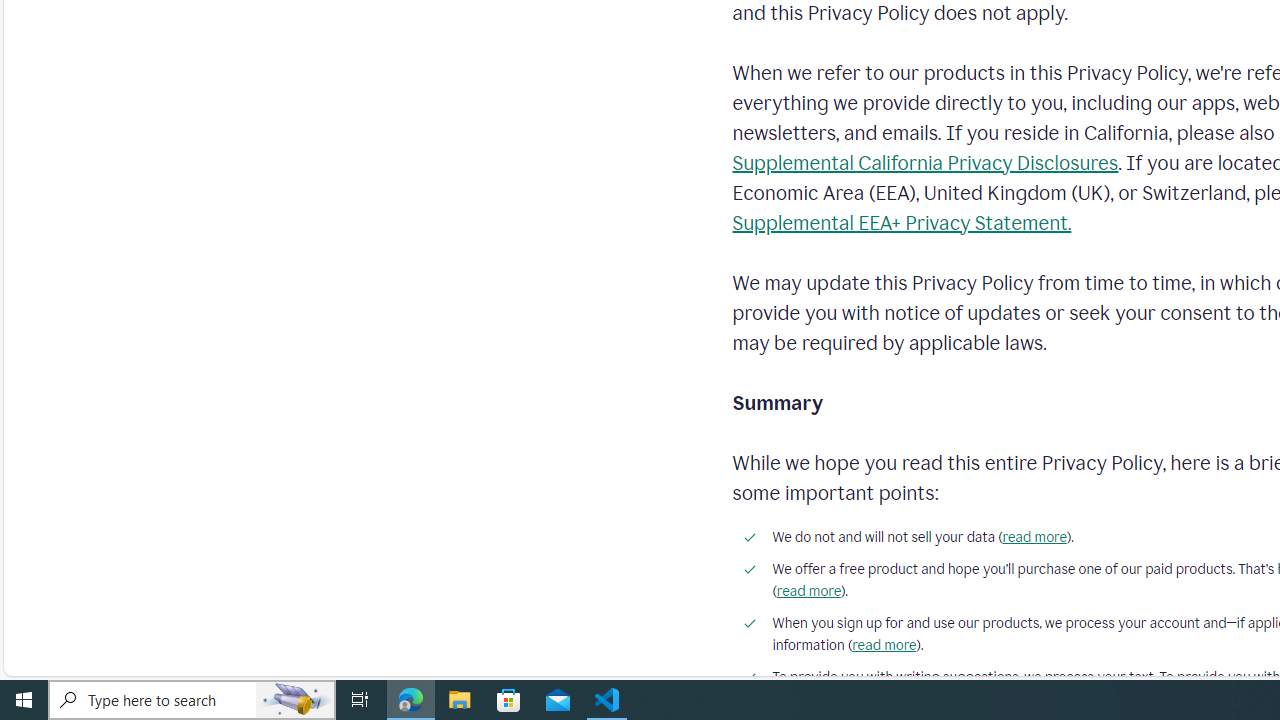 This screenshot has width=1280, height=720. Describe the element at coordinates (901, 222) in the screenshot. I see `'Supplemental EEA+ Privacy Statement.'` at that location.